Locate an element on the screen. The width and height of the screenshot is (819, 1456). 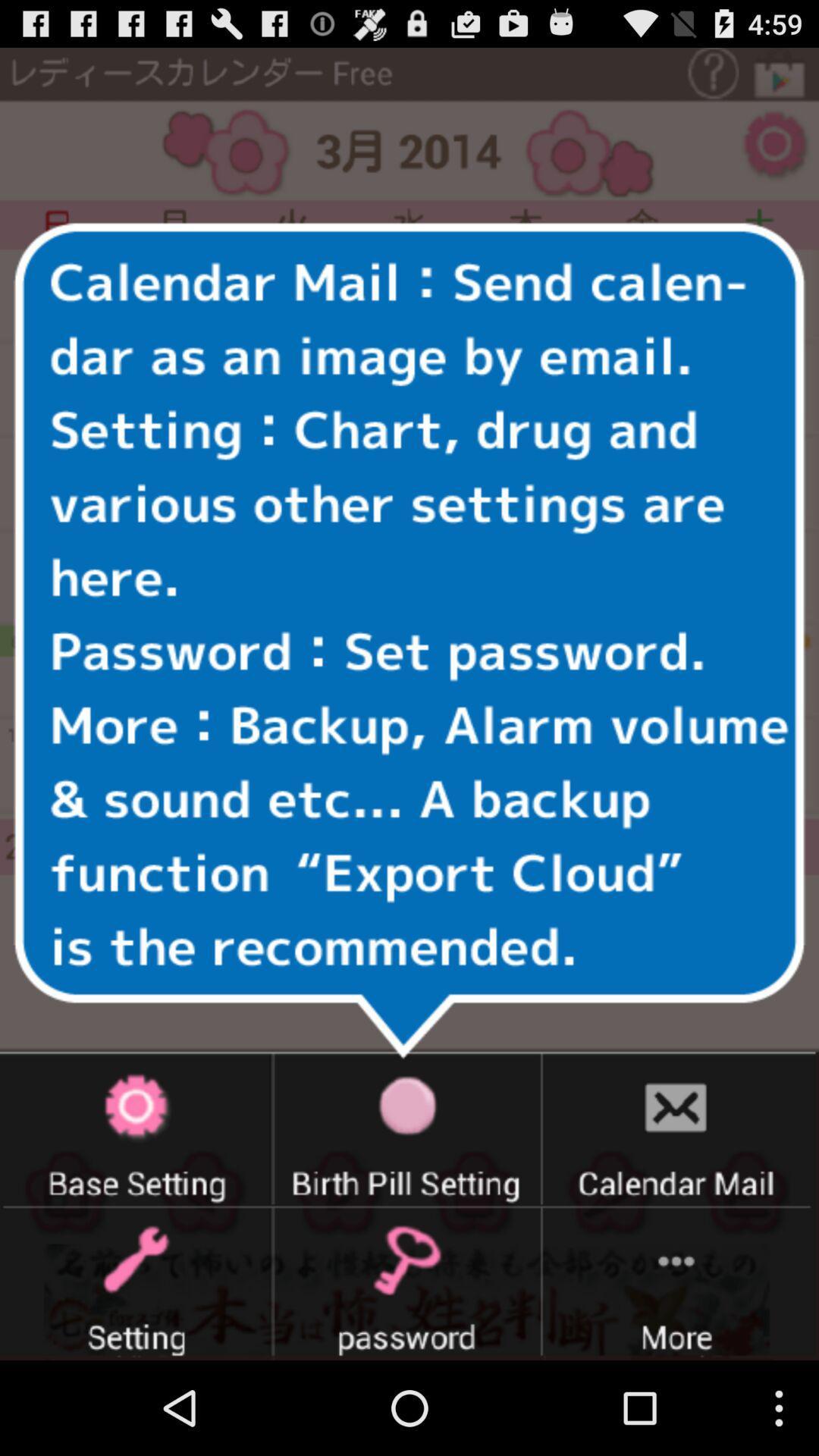
the help icon is located at coordinates (726, 76).